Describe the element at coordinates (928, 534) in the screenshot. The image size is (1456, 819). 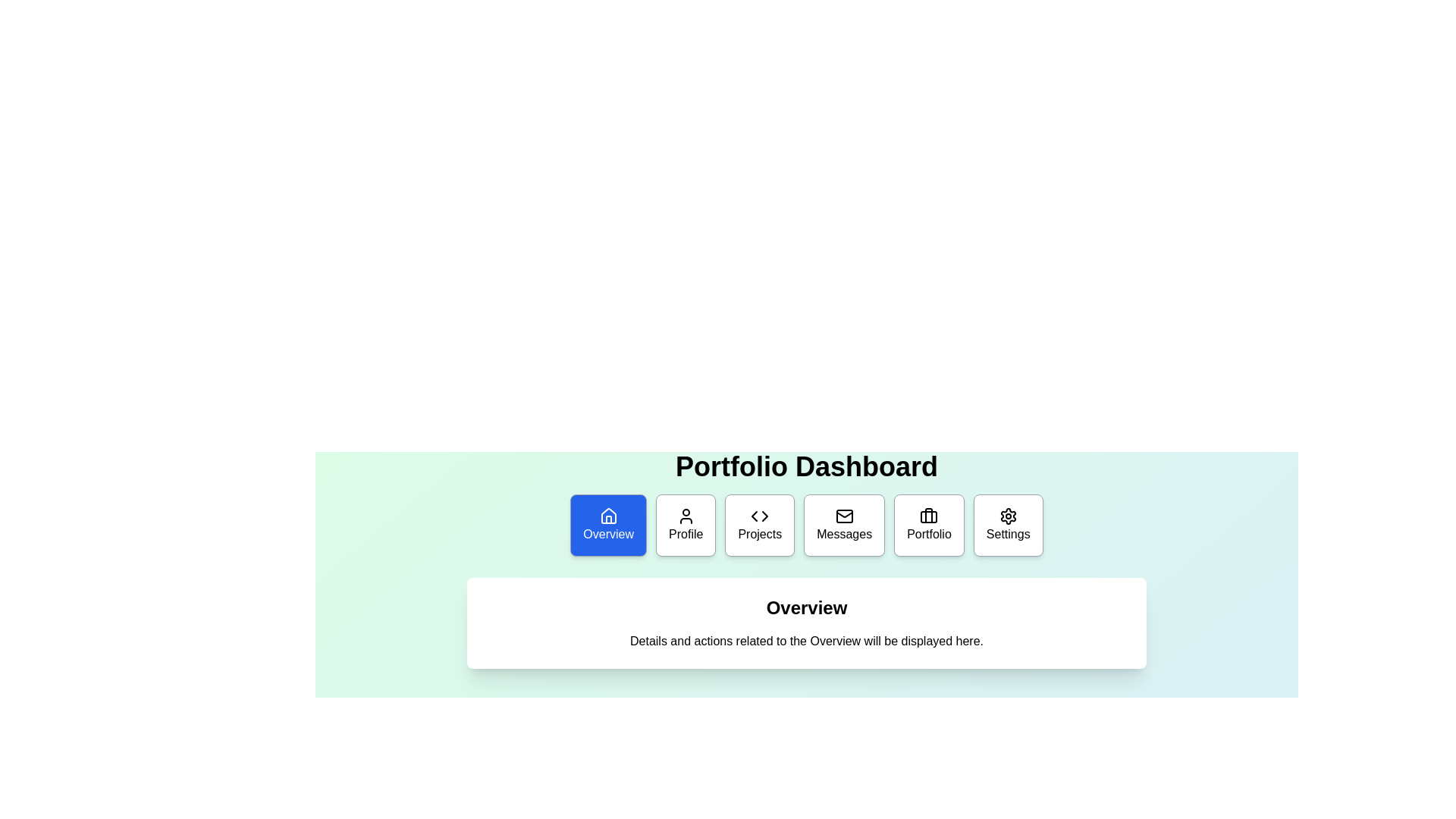
I see `text label located at the bottom-center of the navigation section associated with 'Portfolio', which is positioned below a briefcase icon` at that location.